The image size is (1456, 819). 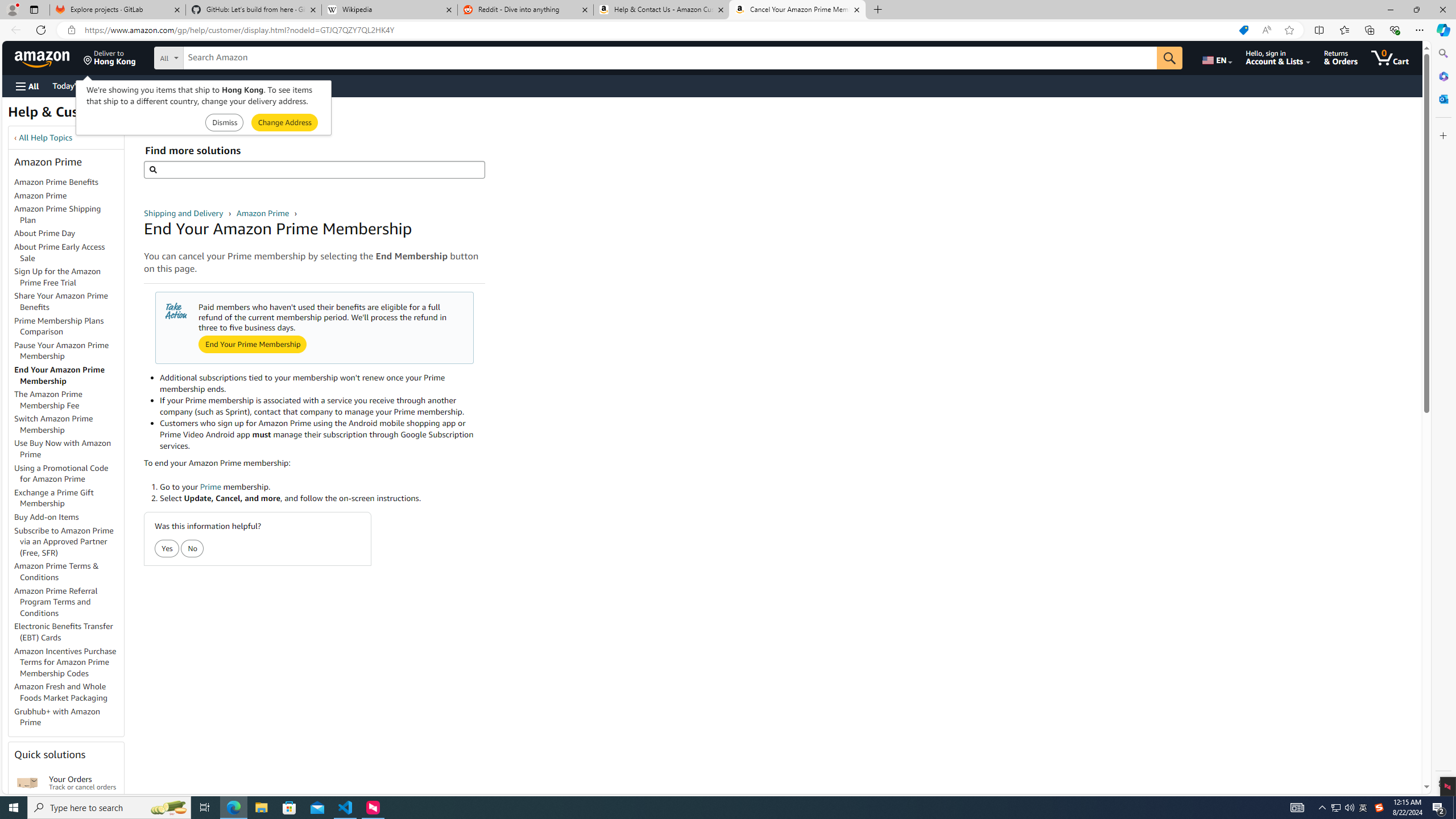 What do you see at coordinates (69, 277) in the screenshot?
I see `'Sign Up for the Amazon Prime Free Trial'` at bounding box center [69, 277].